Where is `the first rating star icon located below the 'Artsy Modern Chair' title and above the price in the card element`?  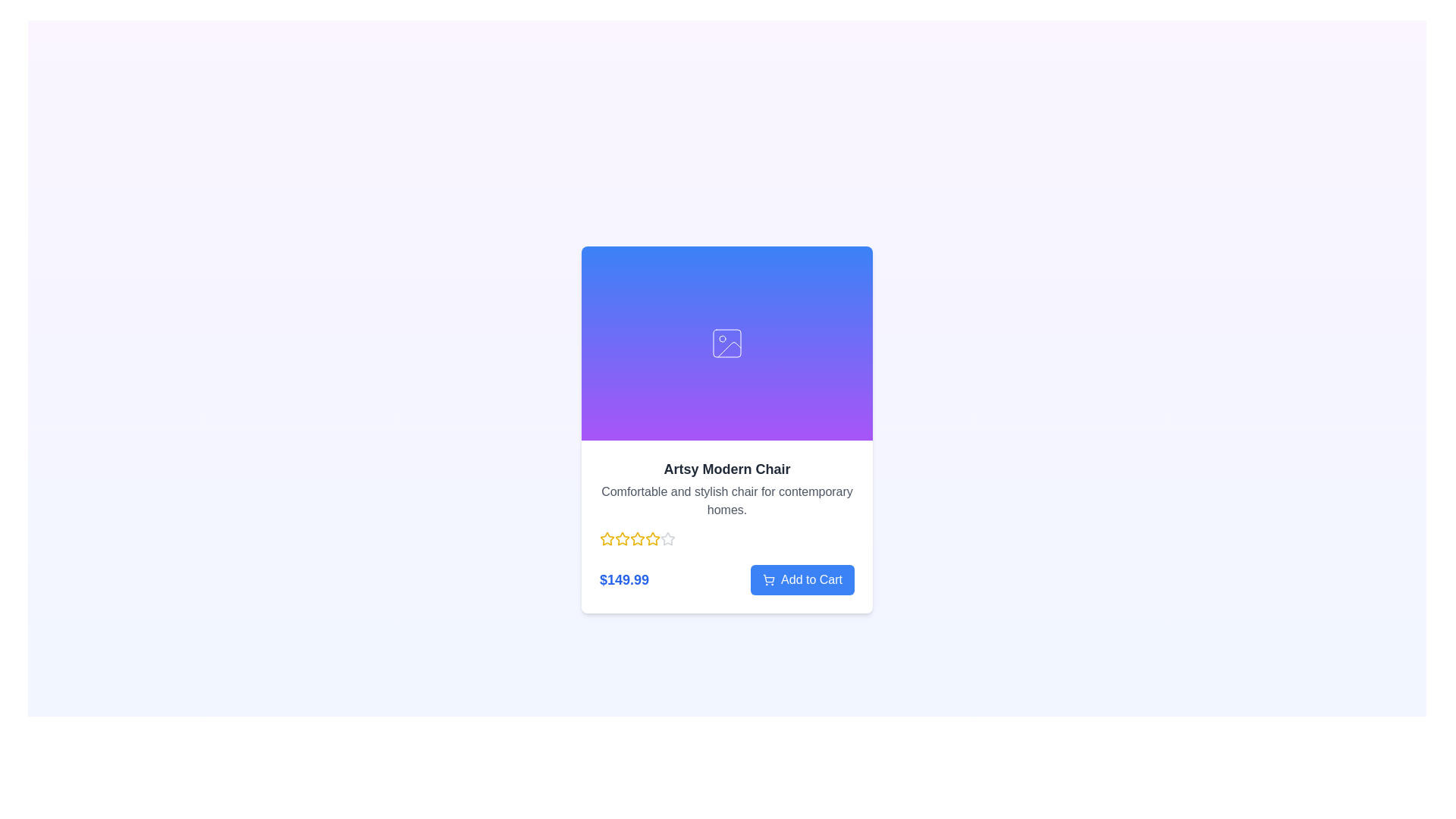
the first rating star icon located below the 'Artsy Modern Chair' title and above the price in the card element is located at coordinates (607, 538).